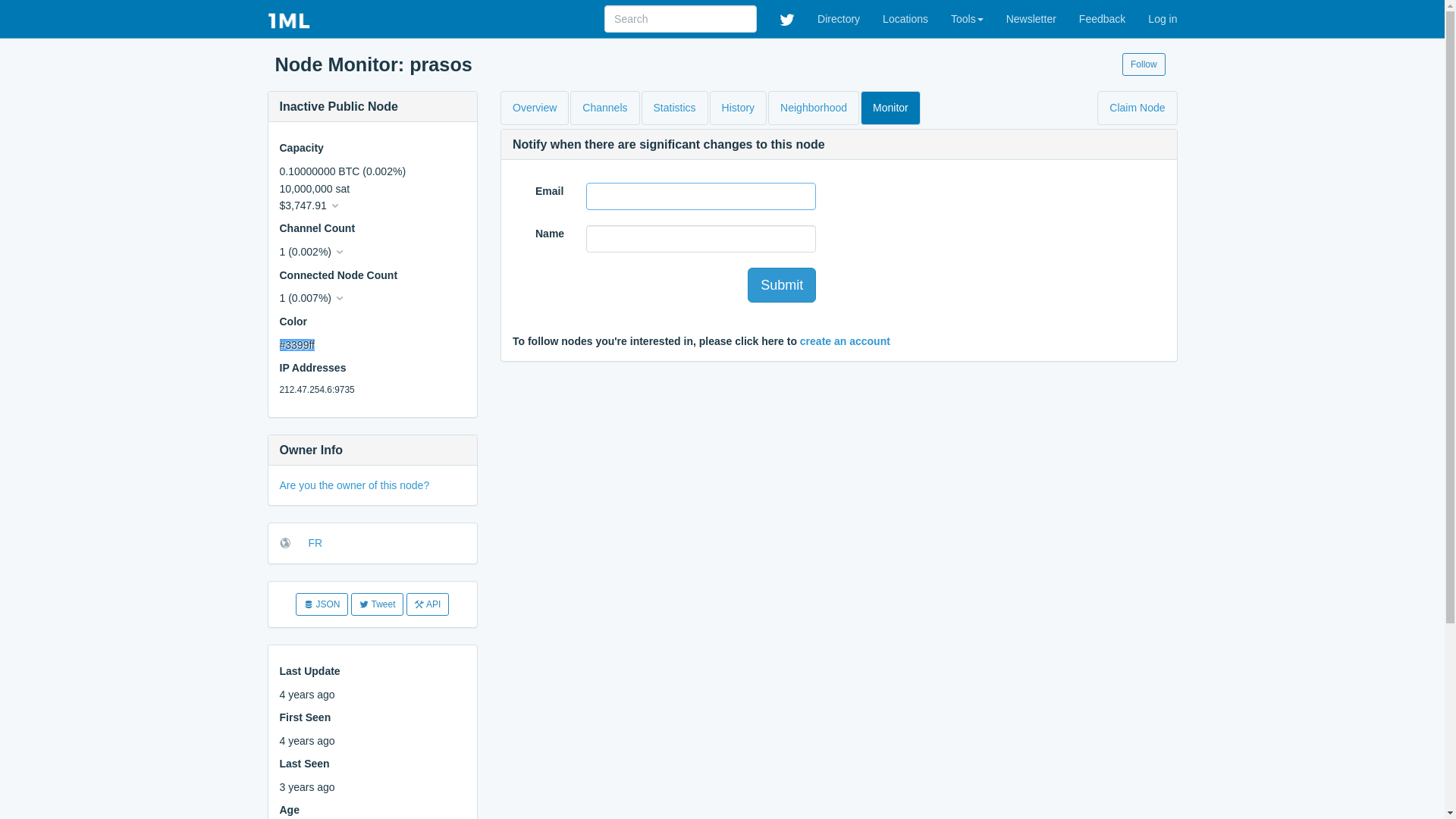 Image resolution: width=1456 pixels, height=819 pixels. I want to click on 'Monitor', so click(890, 107).